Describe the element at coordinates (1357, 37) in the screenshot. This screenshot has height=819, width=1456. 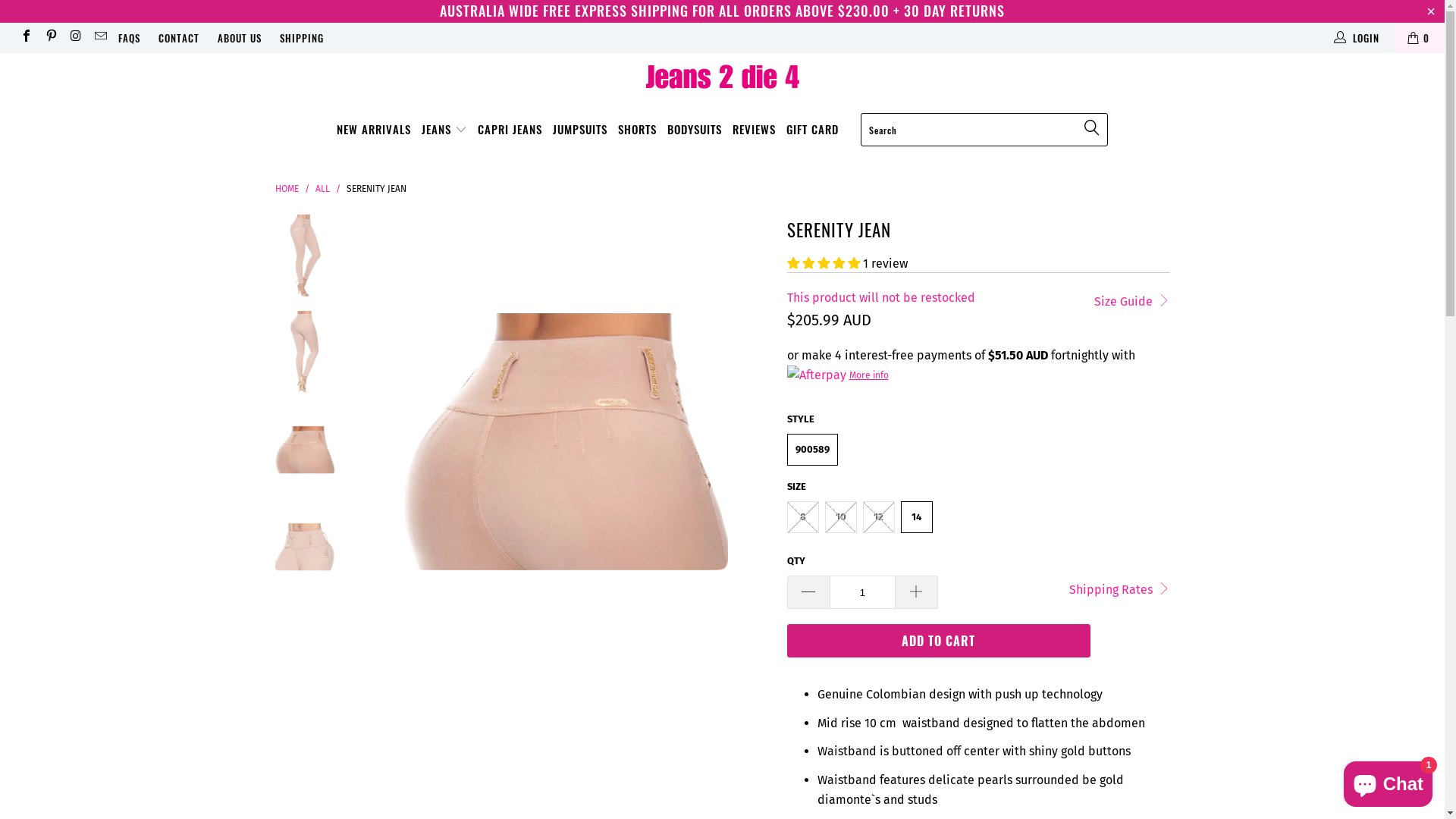
I see `'LOGIN'` at that location.